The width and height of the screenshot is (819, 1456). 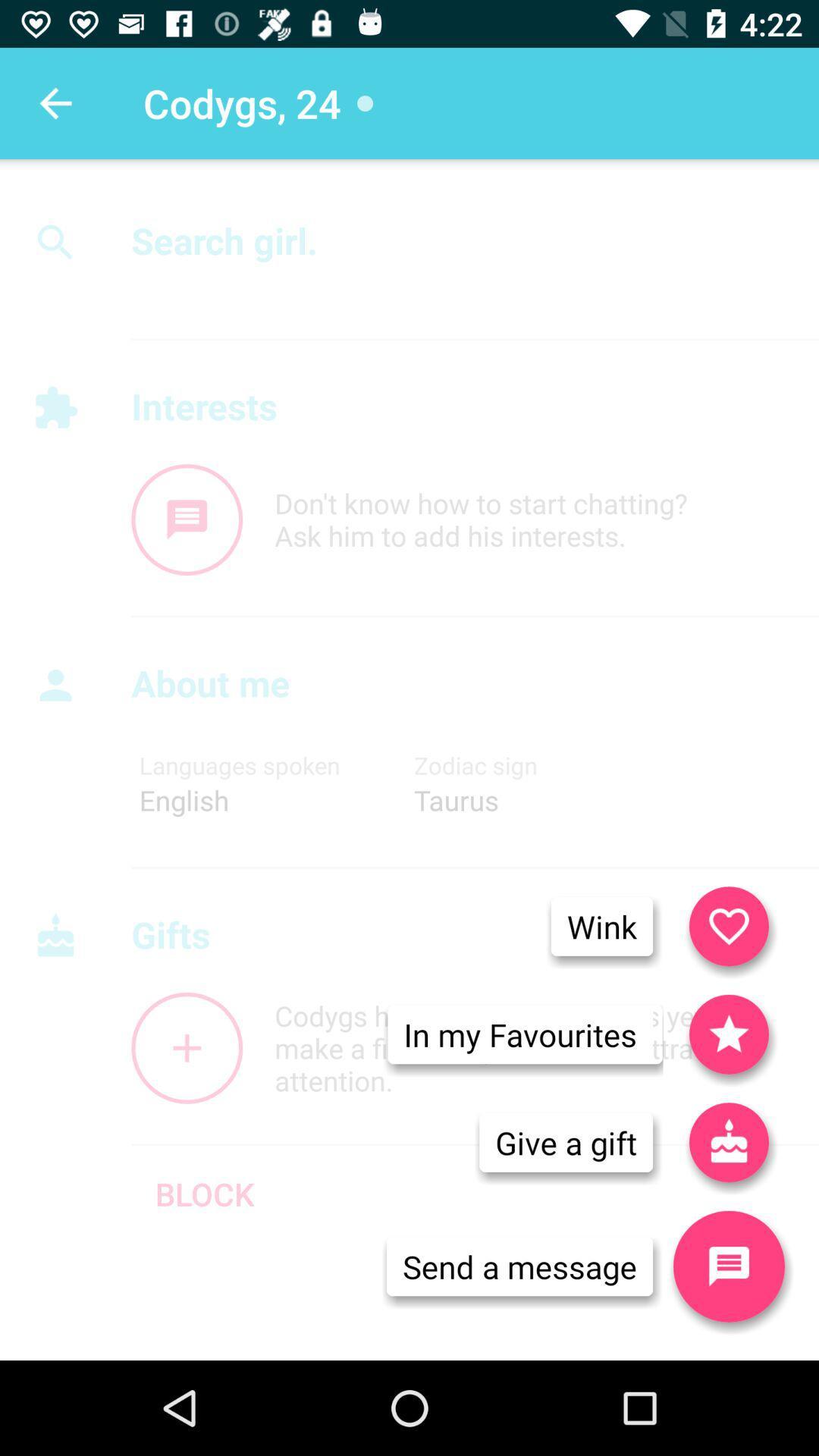 What do you see at coordinates (728, 925) in the screenshot?
I see `the item to the right of wink item` at bounding box center [728, 925].